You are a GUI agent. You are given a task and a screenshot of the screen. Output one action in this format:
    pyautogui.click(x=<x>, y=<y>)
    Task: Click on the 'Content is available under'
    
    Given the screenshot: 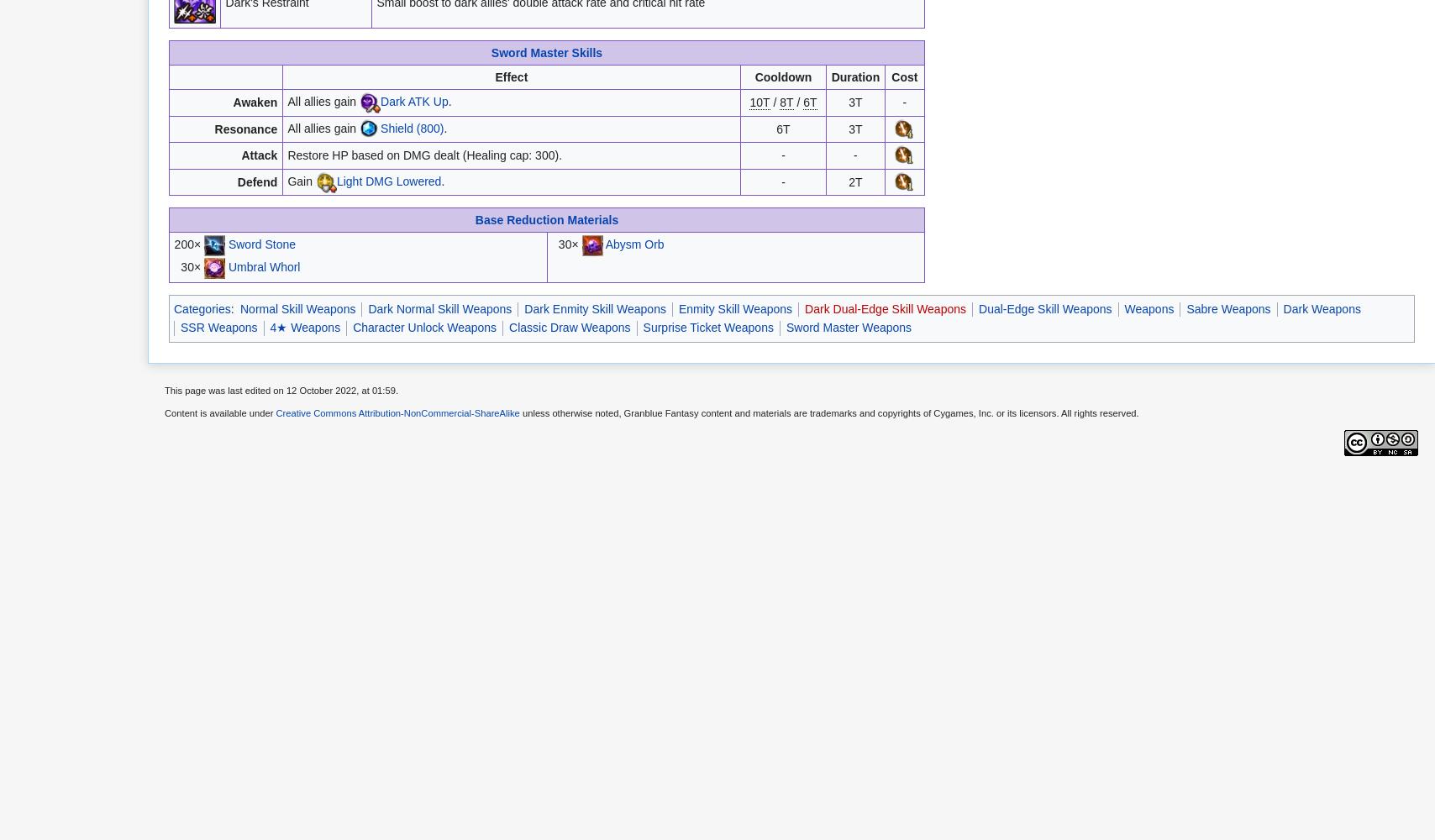 What is the action you would take?
    pyautogui.click(x=220, y=412)
    